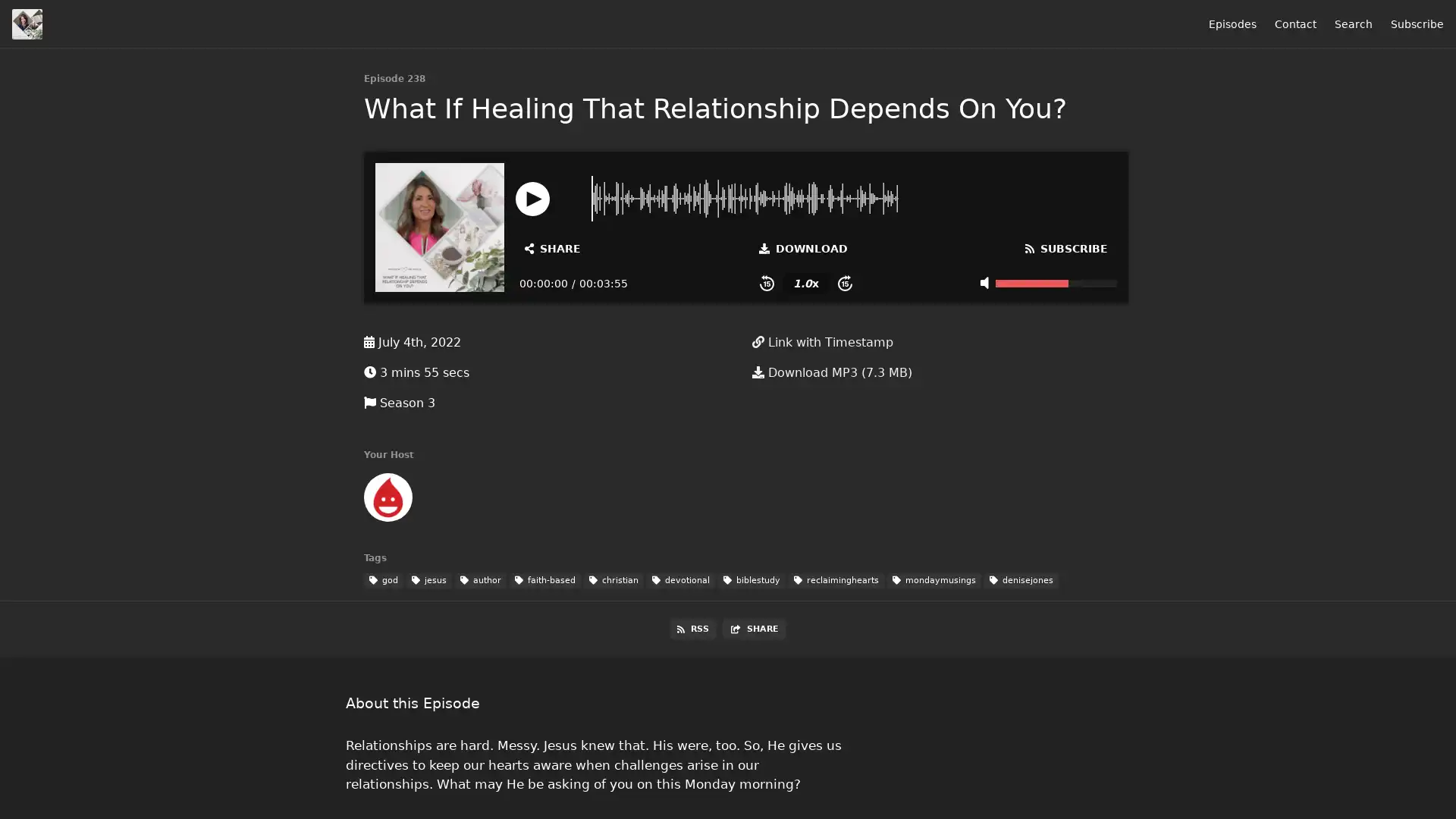 This screenshot has width=1456, height=819. What do you see at coordinates (844, 283) in the screenshot?
I see `Skip Forward 15 Seconds` at bounding box center [844, 283].